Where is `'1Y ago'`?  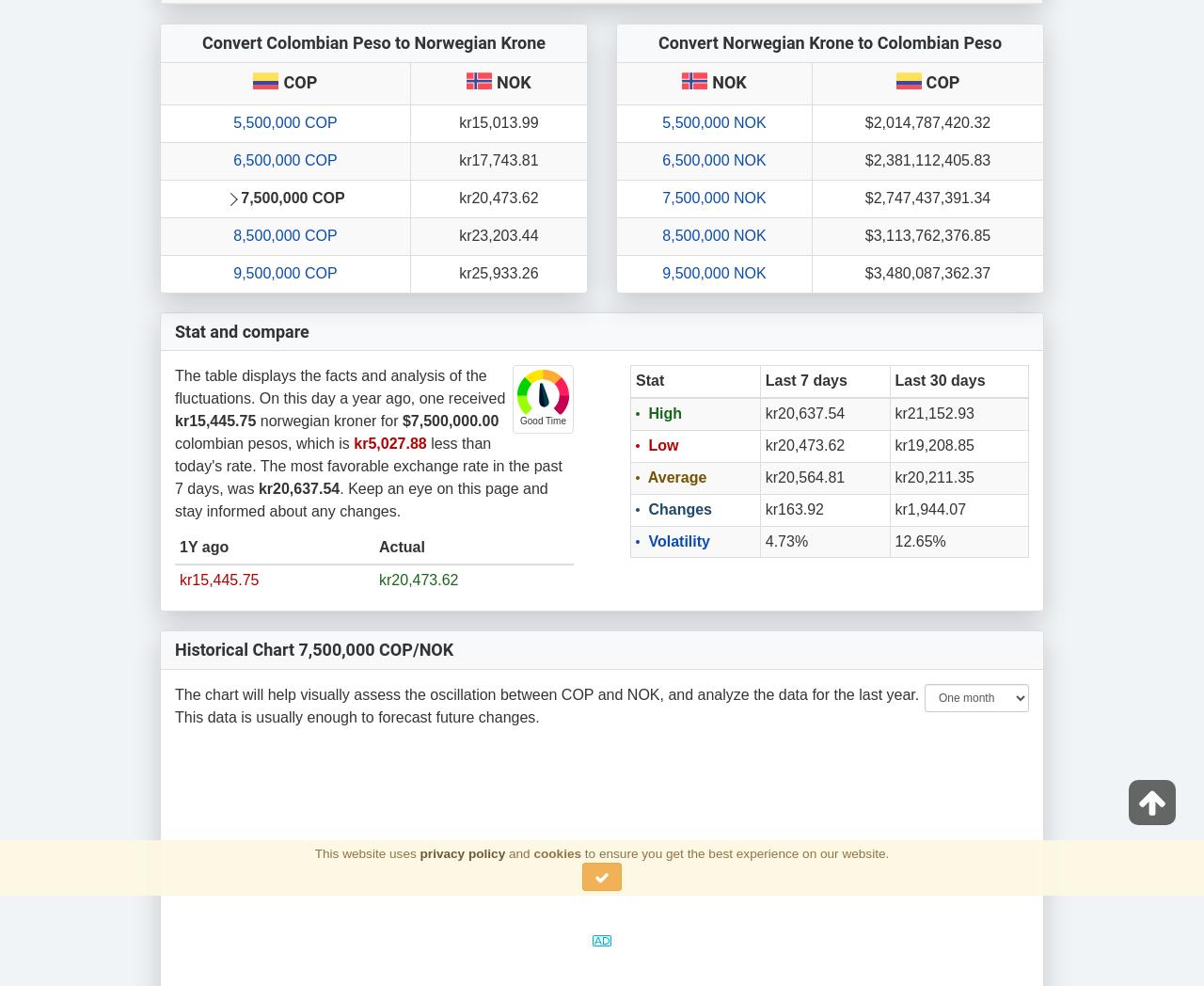 '1Y ago' is located at coordinates (203, 547).